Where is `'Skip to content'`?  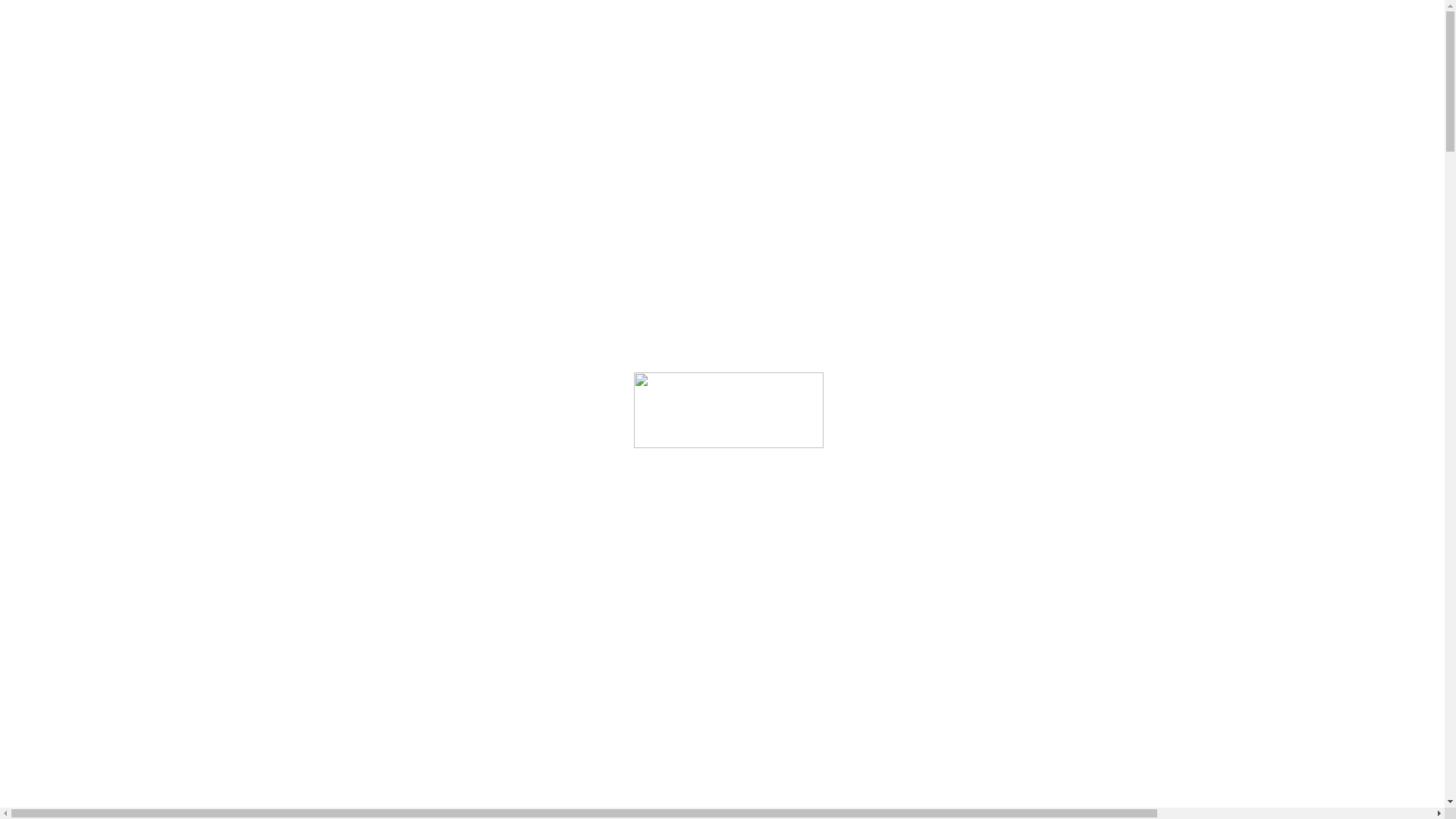
'Skip to content' is located at coordinates (42, 12).